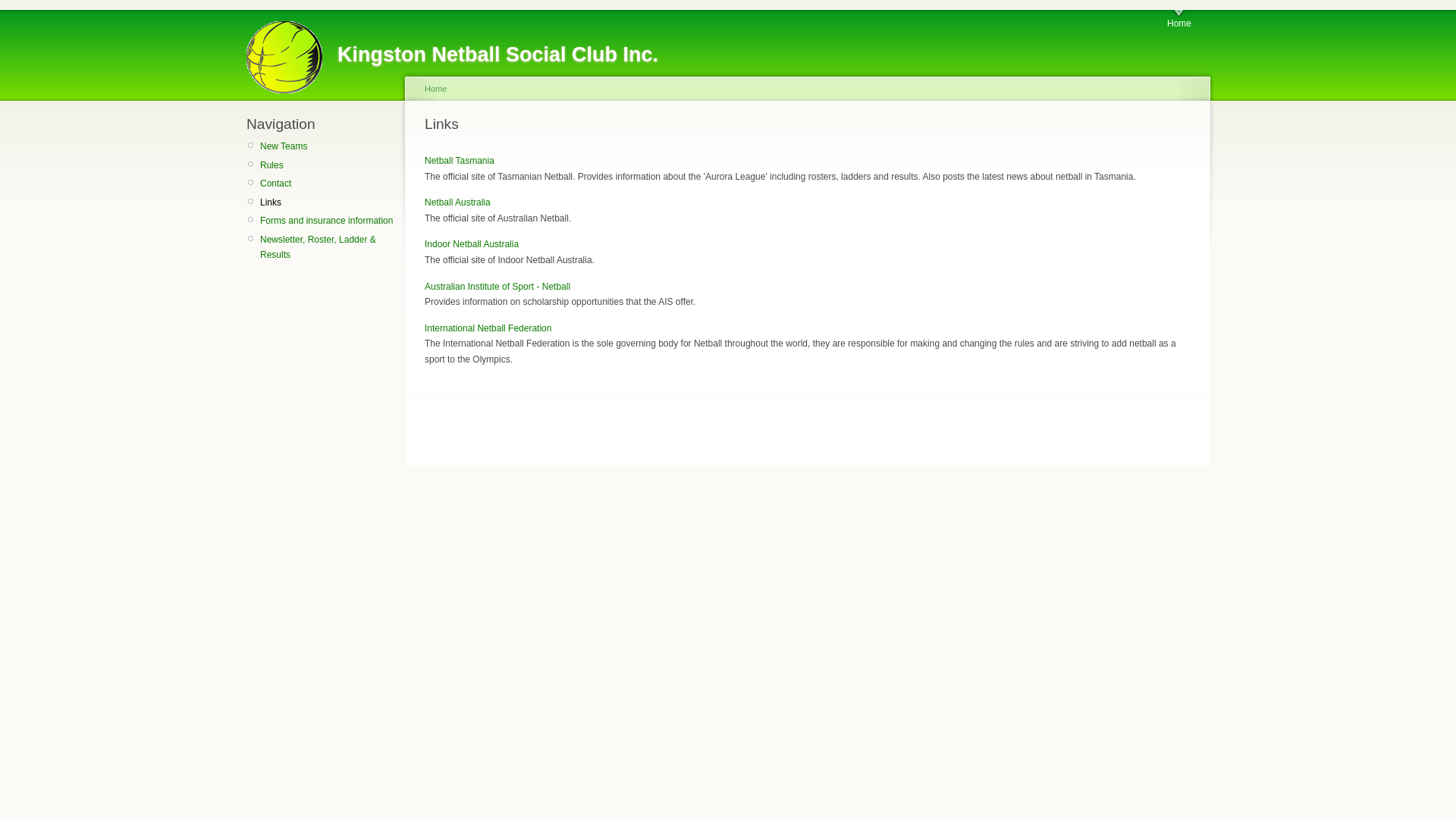  What do you see at coordinates (326, 146) in the screenshot?
I see `'New Teams'` at bounding box center [326, 146].